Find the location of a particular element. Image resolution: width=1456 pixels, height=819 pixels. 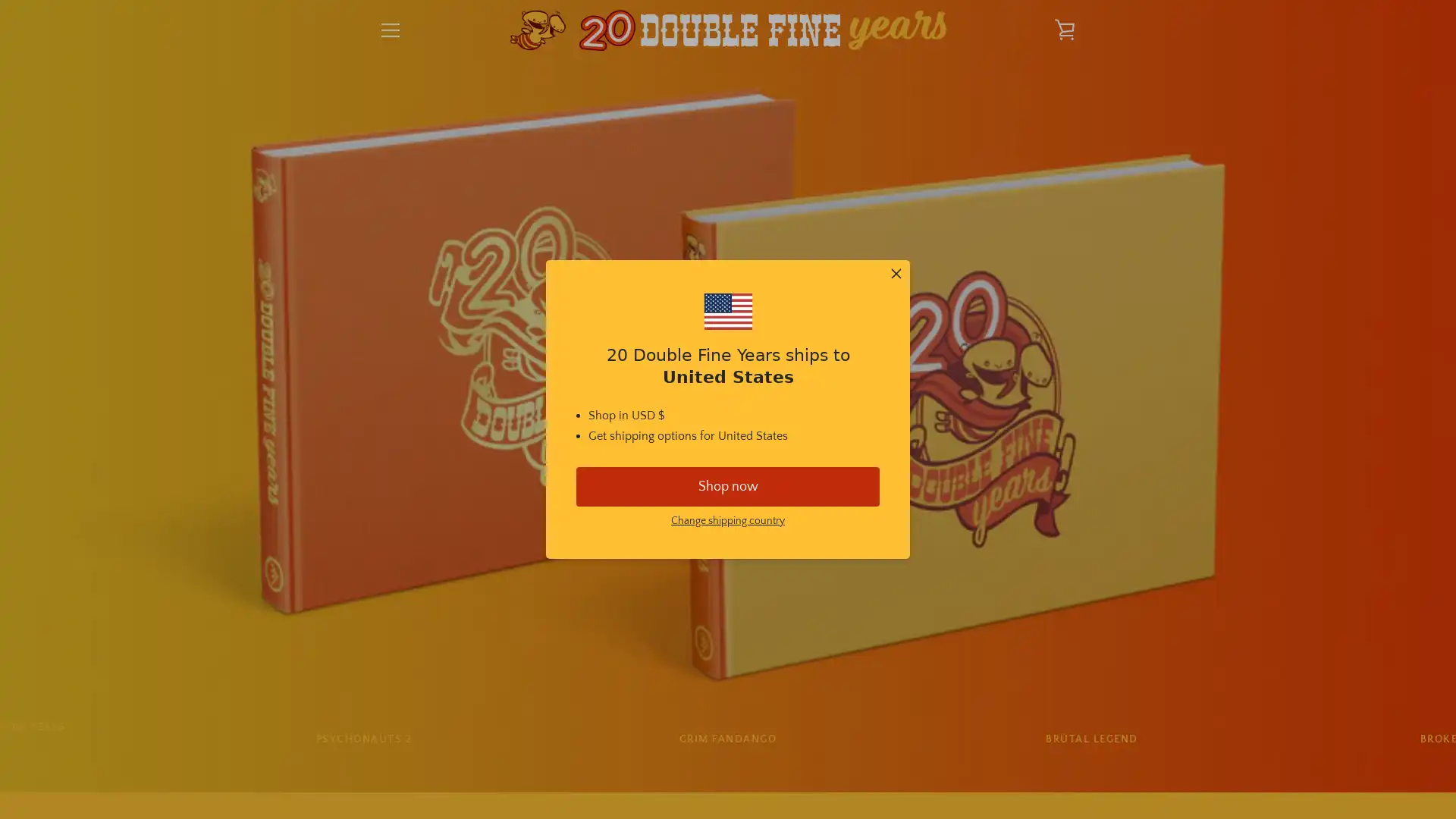

SEARCH AGAIN is located at coordinates (799, 598).